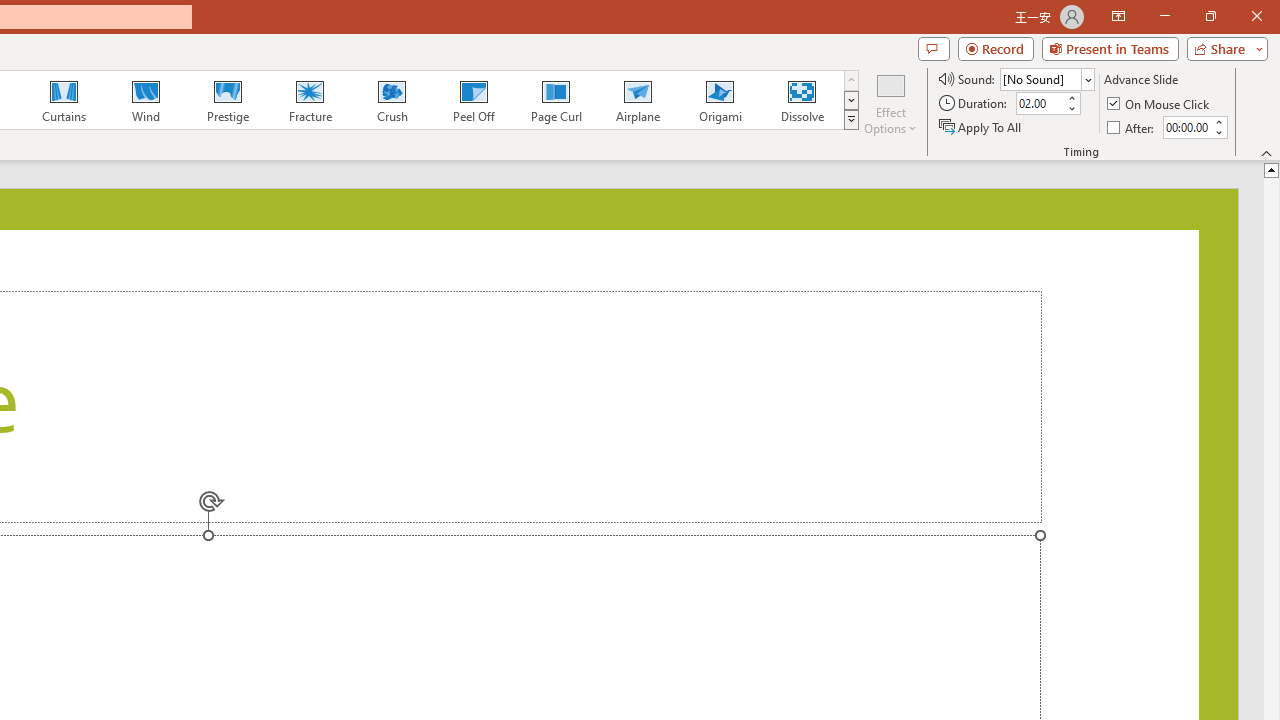 This screenshot has width=1280, height=720. What do you see at coordinates (1040, 103) in the screenshot?
I see `'Duration'` at bounding box center [1040, 103].